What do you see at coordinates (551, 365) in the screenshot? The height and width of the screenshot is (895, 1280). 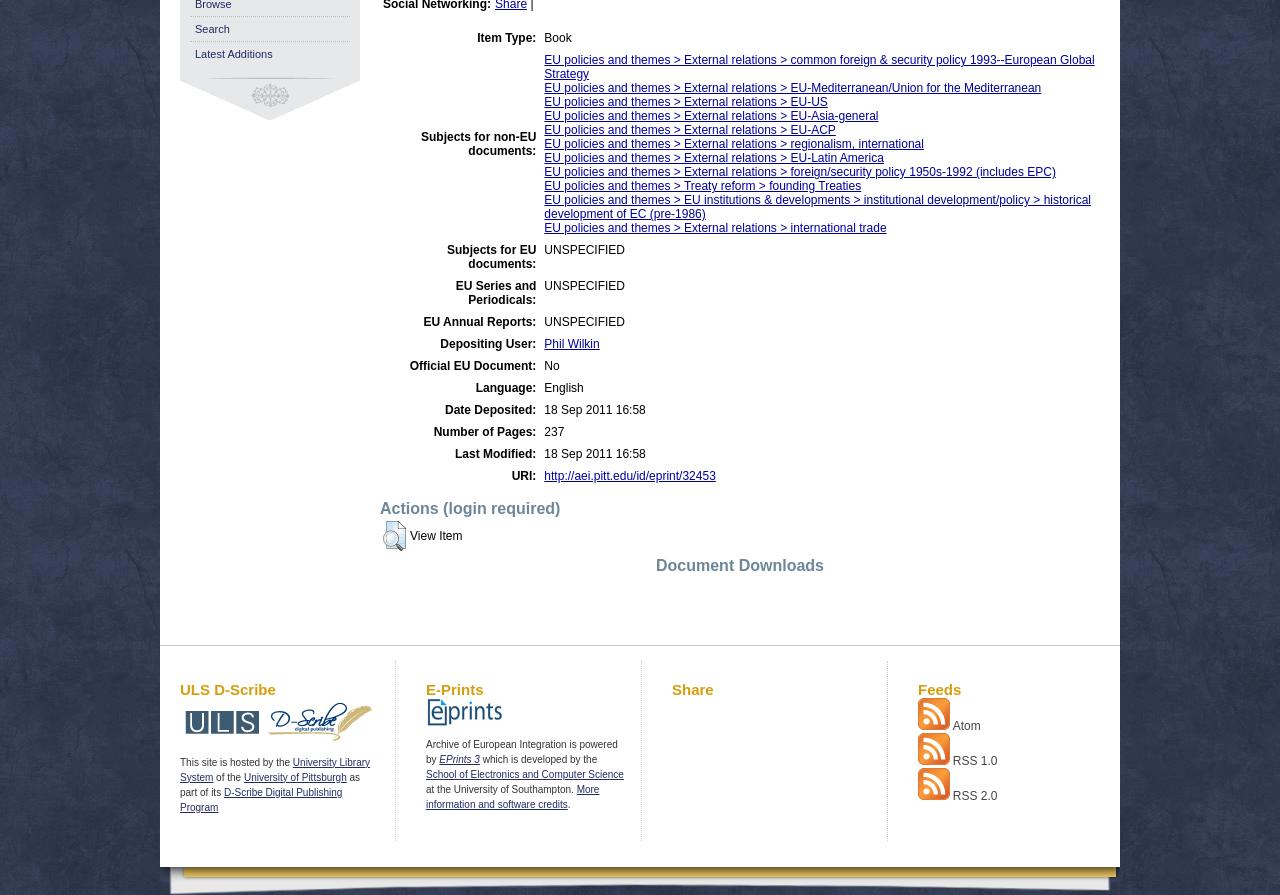 I see `'No'` at bounding box center [551, 365].